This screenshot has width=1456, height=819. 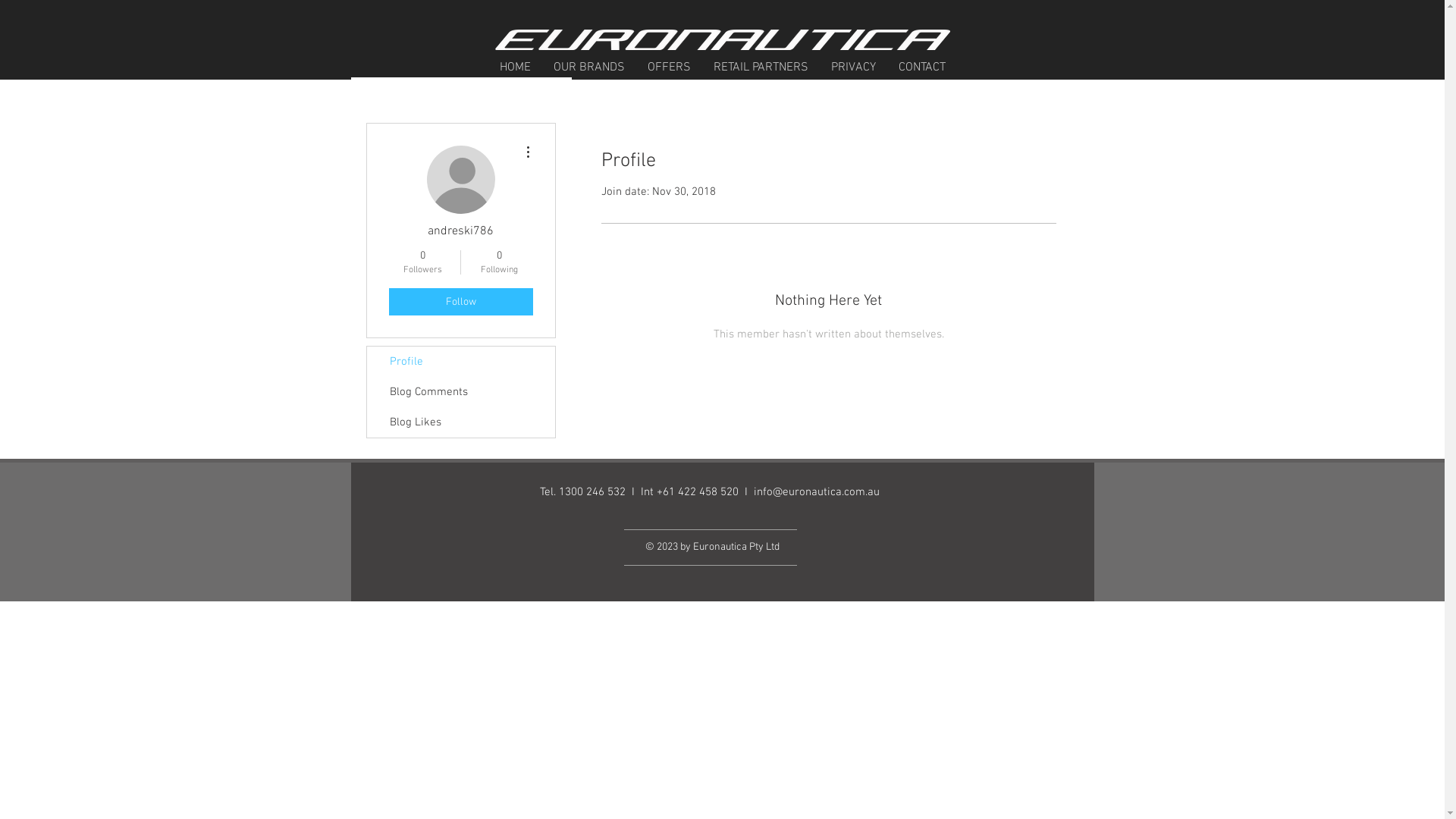 What do you see at coordinates (499, 262) in the screenshot?
I see `'0` at bounding box center [499, 262].